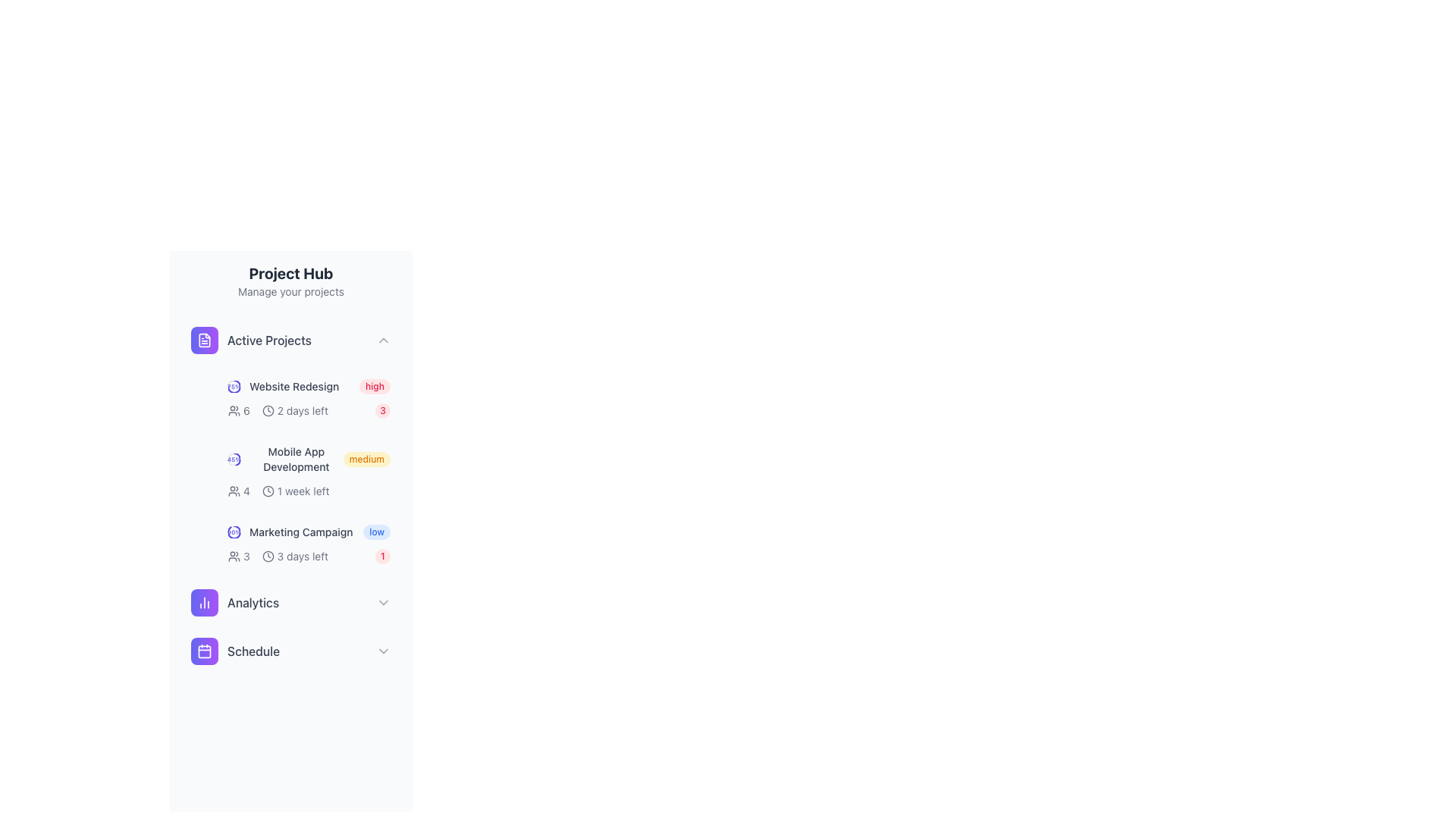  Describe the element at coordinates (203, 339) in the screenshot. I see `the SVG icon resembling a file with text lines, styled with a purple gradient background, located under the 'Active Projects' section in the left sidebar` at that location.